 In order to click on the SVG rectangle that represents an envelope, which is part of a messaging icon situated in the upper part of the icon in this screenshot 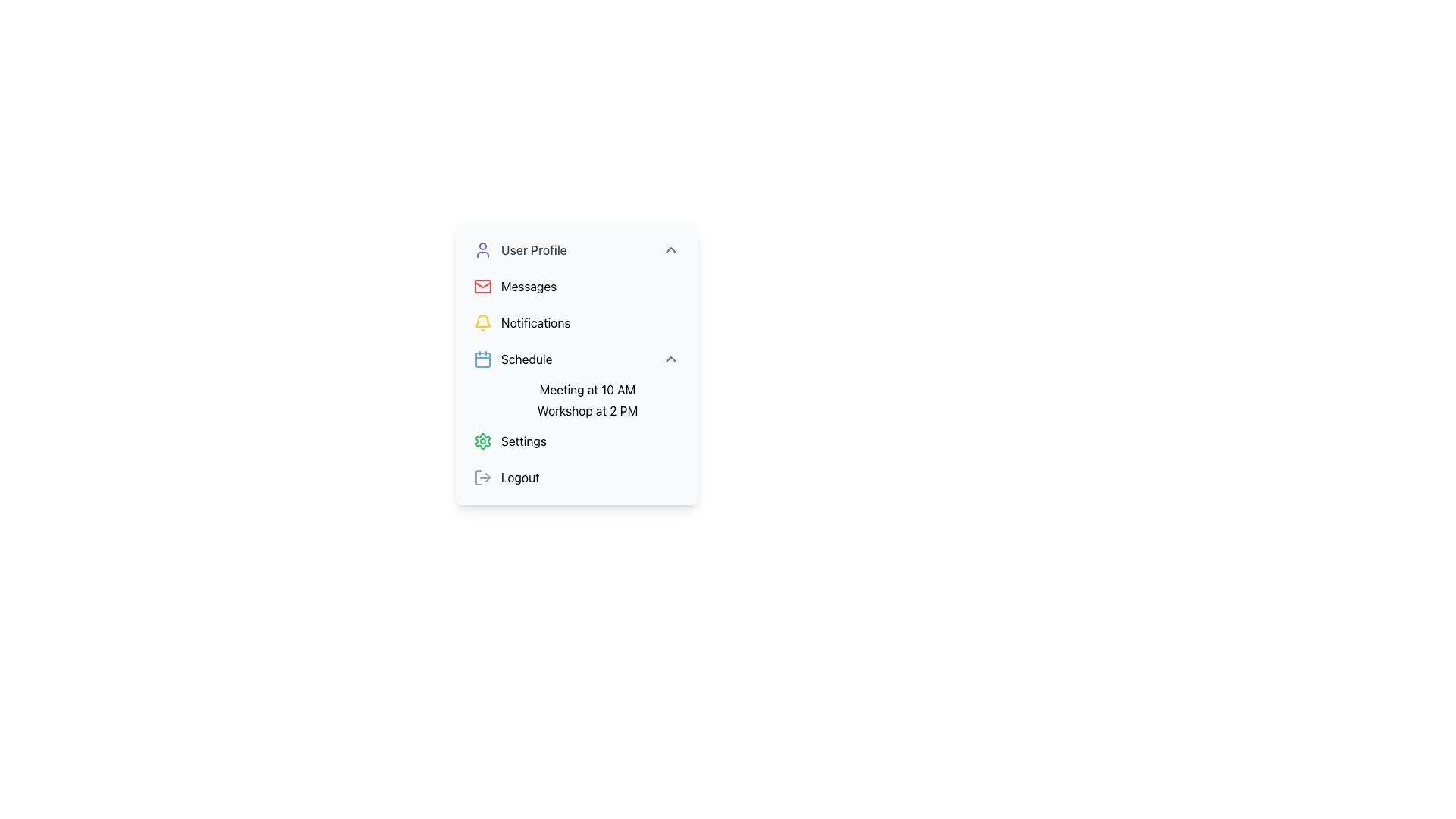, I will do `click(482, 287)`.